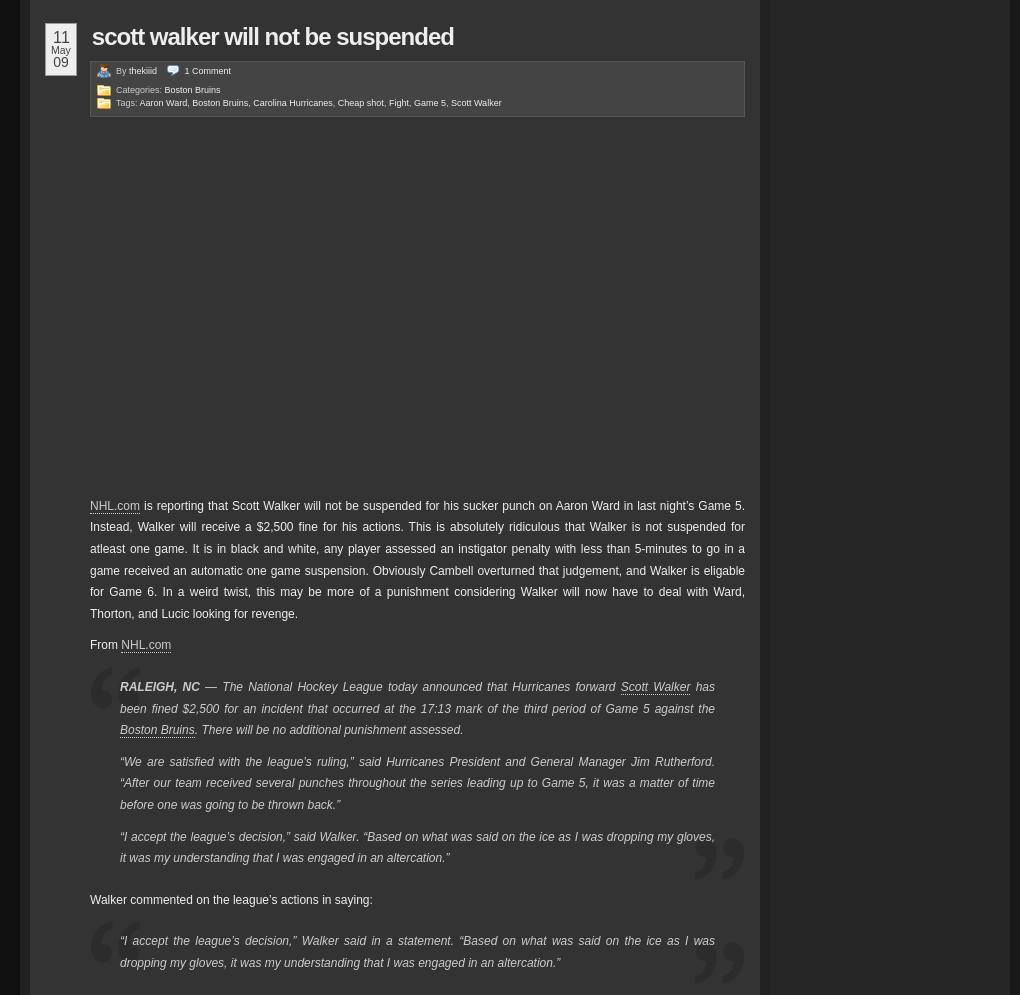  What do you see at coordinates (417, 782) in the screenshot?
I see `'“We are satisfied with the league’s ruling,” said Hurricanes President and General Manager Jim Rutherford. “After our team received several punches throughout the series leading up to Game 5, it was a matter of time before one was going to be thrown back.”'` at bounding box center [417, 782].